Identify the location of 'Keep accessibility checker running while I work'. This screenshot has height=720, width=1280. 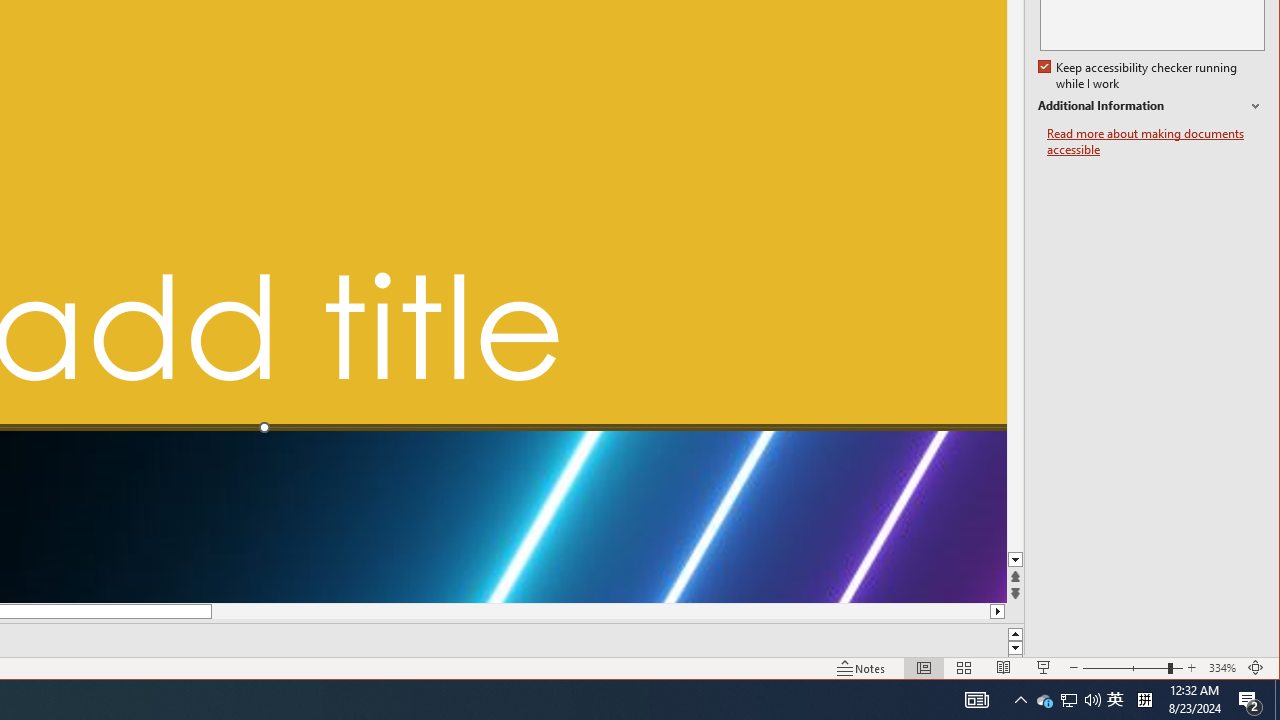
(1139, 75).